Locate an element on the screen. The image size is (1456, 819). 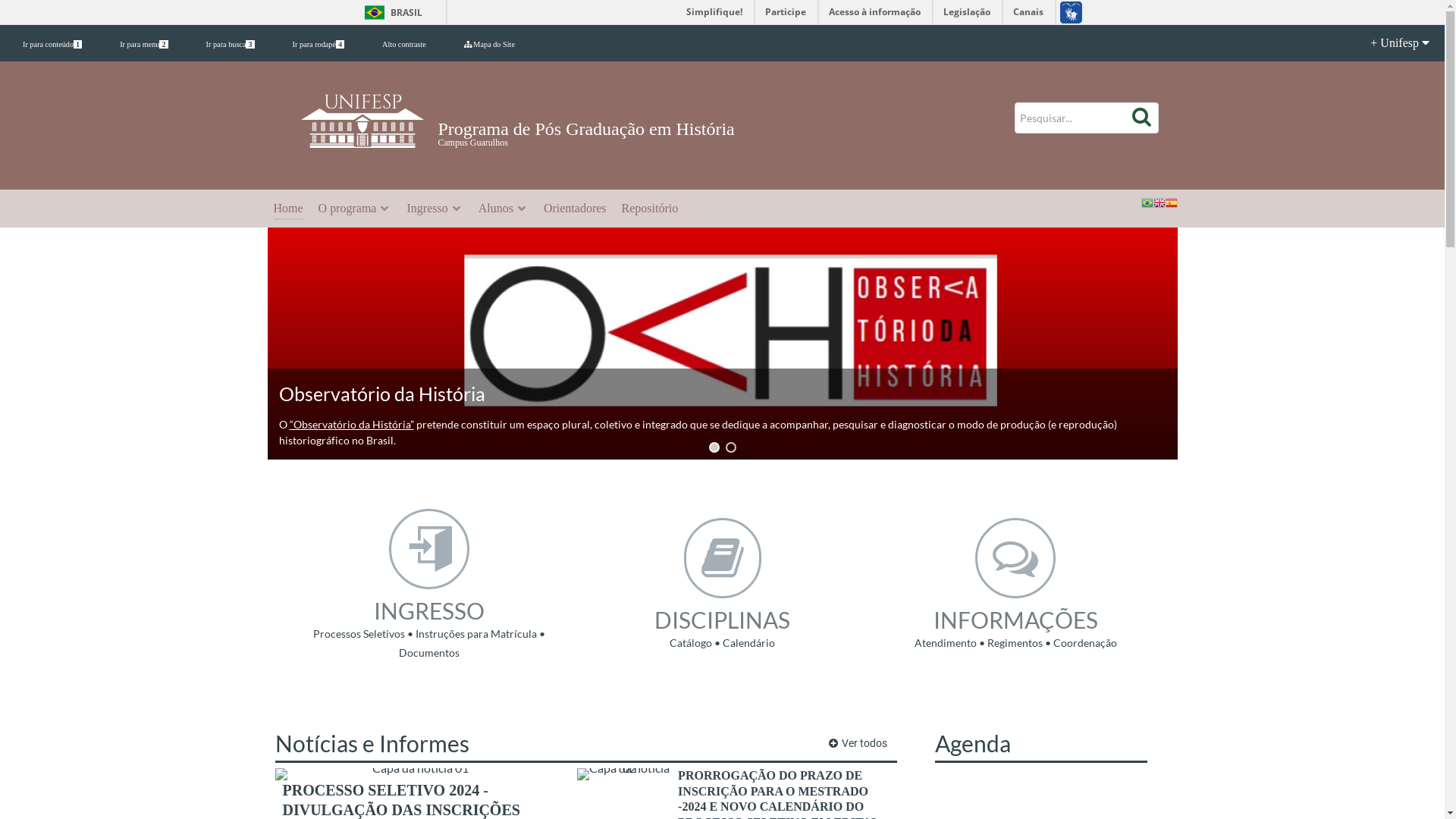
'Home' is located at coordinates (287, 209).